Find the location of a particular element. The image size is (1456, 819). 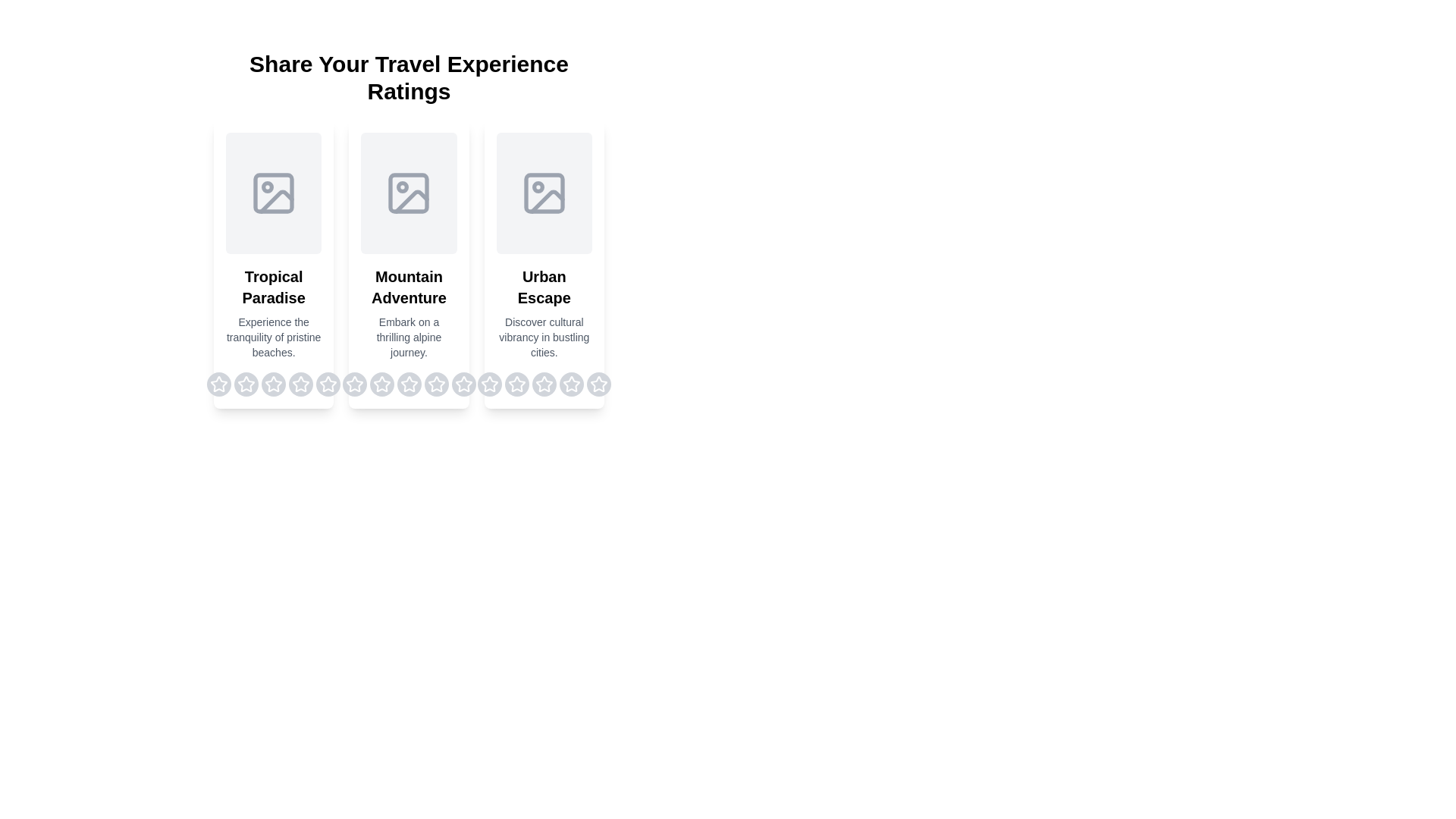

the rating for a destination to 2 stars by clicking on the corresponding star for the destination Tropical Paradise is located at coordinates (246, 383).